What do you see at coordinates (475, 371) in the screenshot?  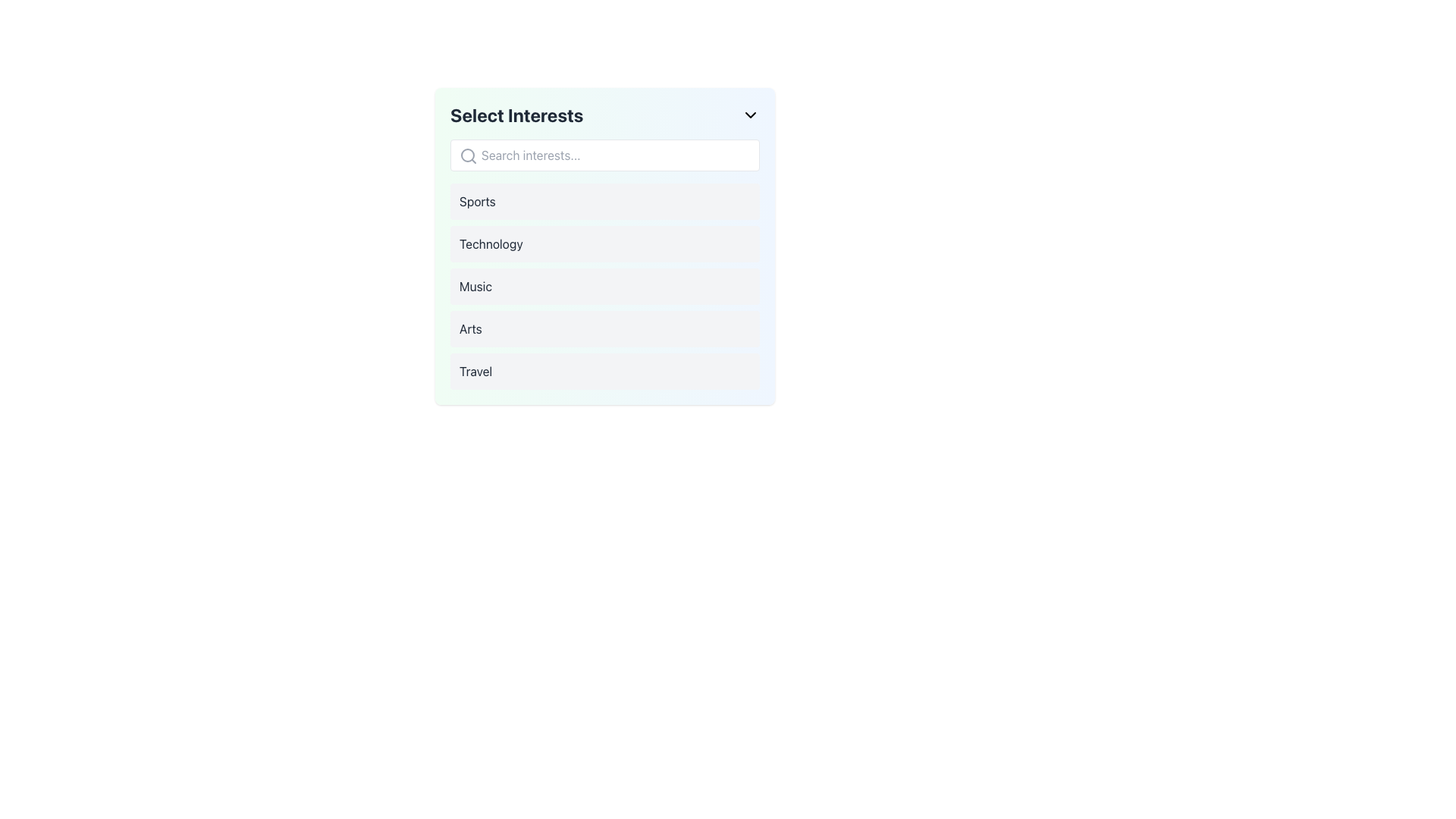 I see `the 'Travel' text label under the 'Select Interests' category` at bounding box center [475, 371].